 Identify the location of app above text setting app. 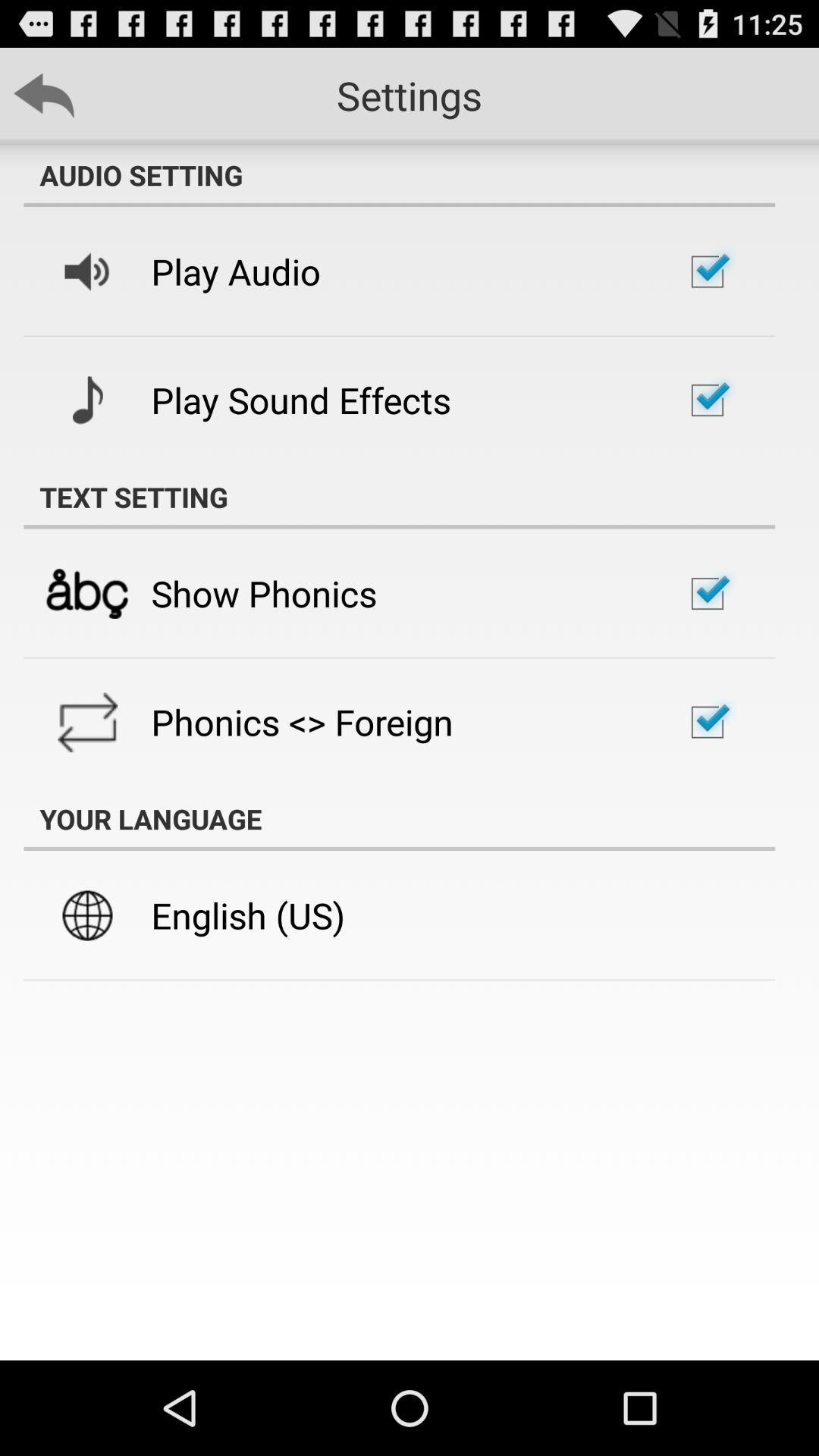
(301, 400).